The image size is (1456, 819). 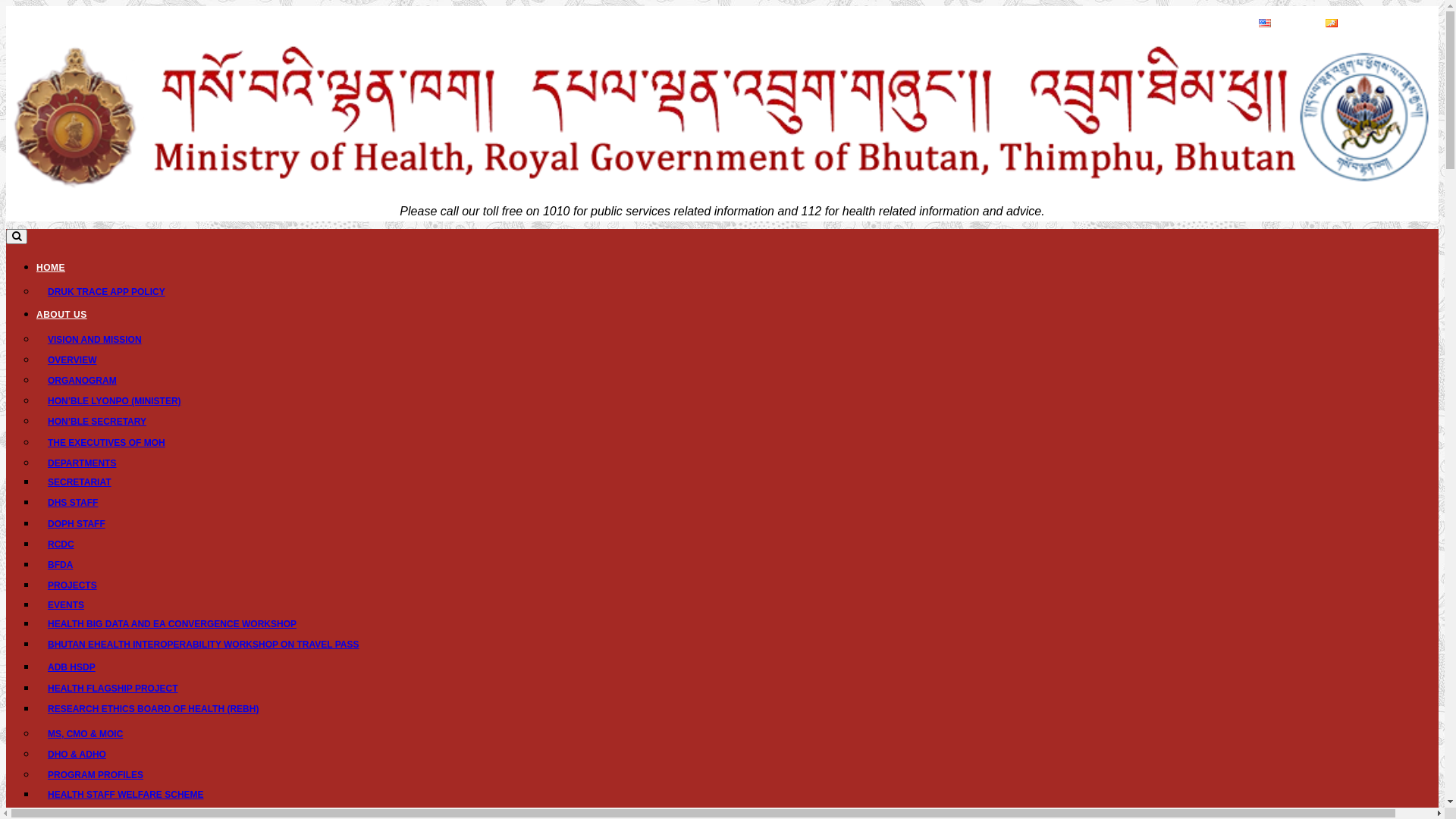 What do you see at coordinates (1282, 23) in the screenshot?
I see `'English'` at bounding box center [1282, 23].